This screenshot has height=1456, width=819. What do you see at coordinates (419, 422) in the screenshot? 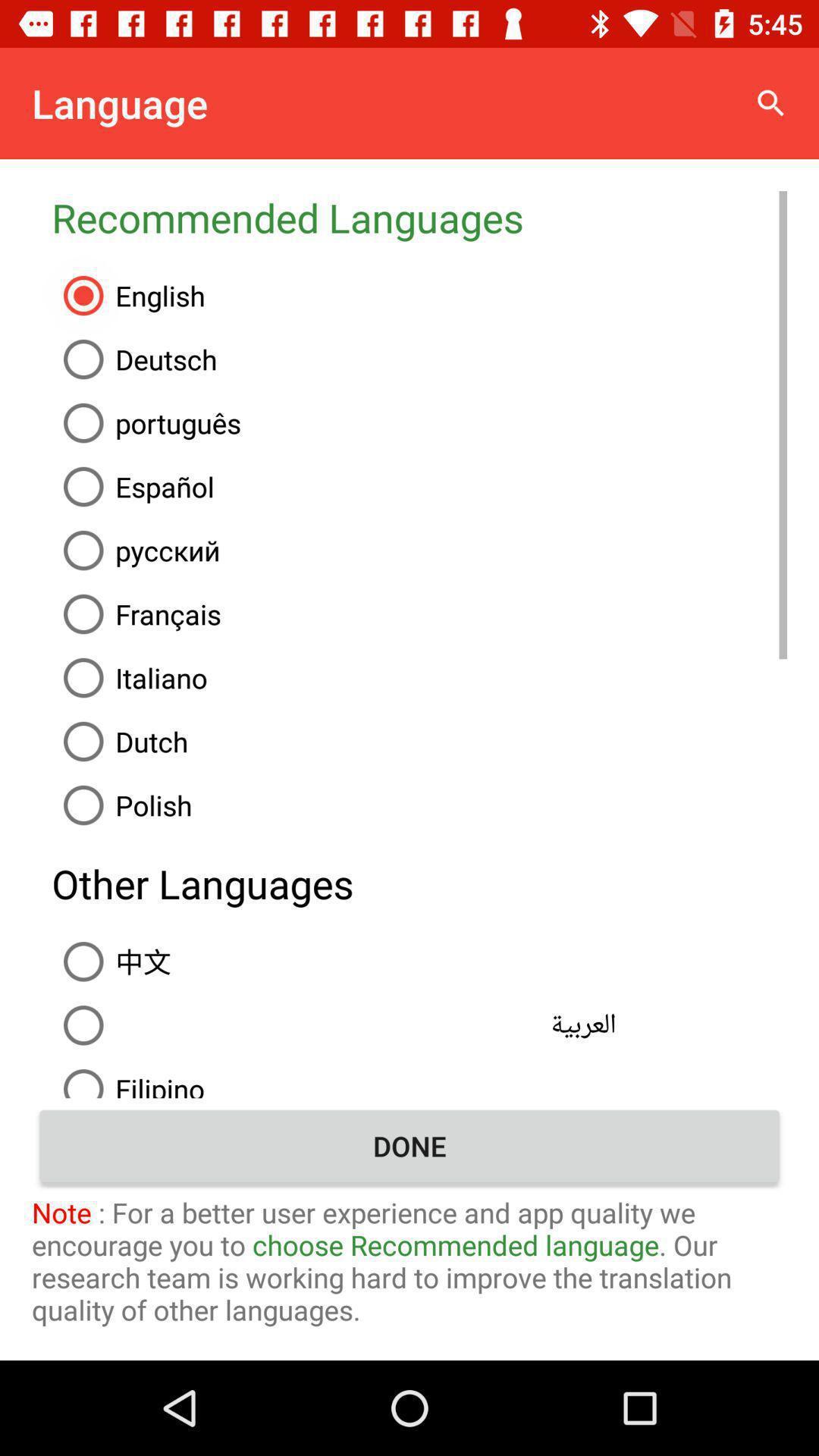
I see `the icon below the deutsch` at bounding box center [419, 422].